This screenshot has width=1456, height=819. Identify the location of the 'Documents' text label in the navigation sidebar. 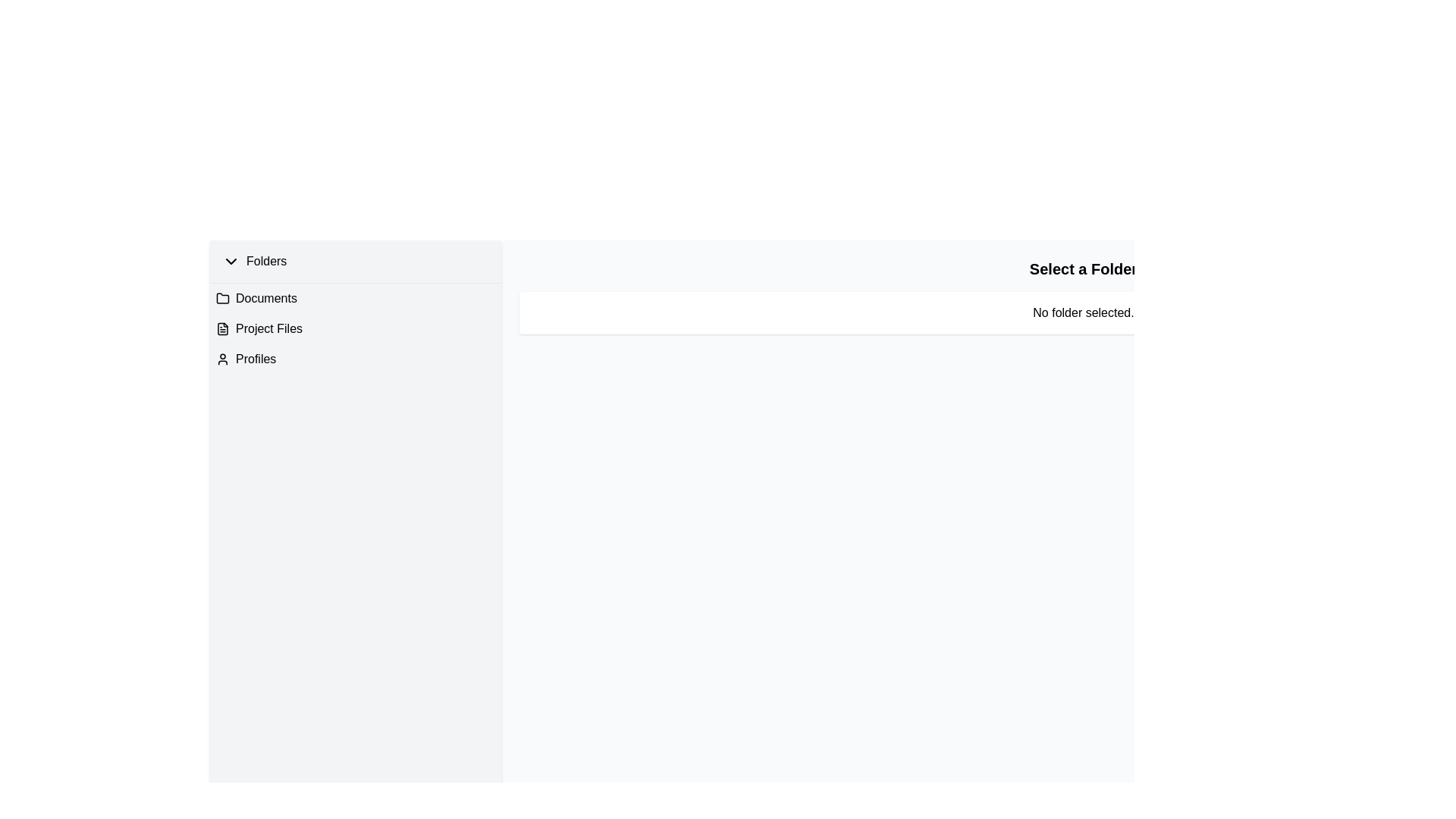
(266, 298).